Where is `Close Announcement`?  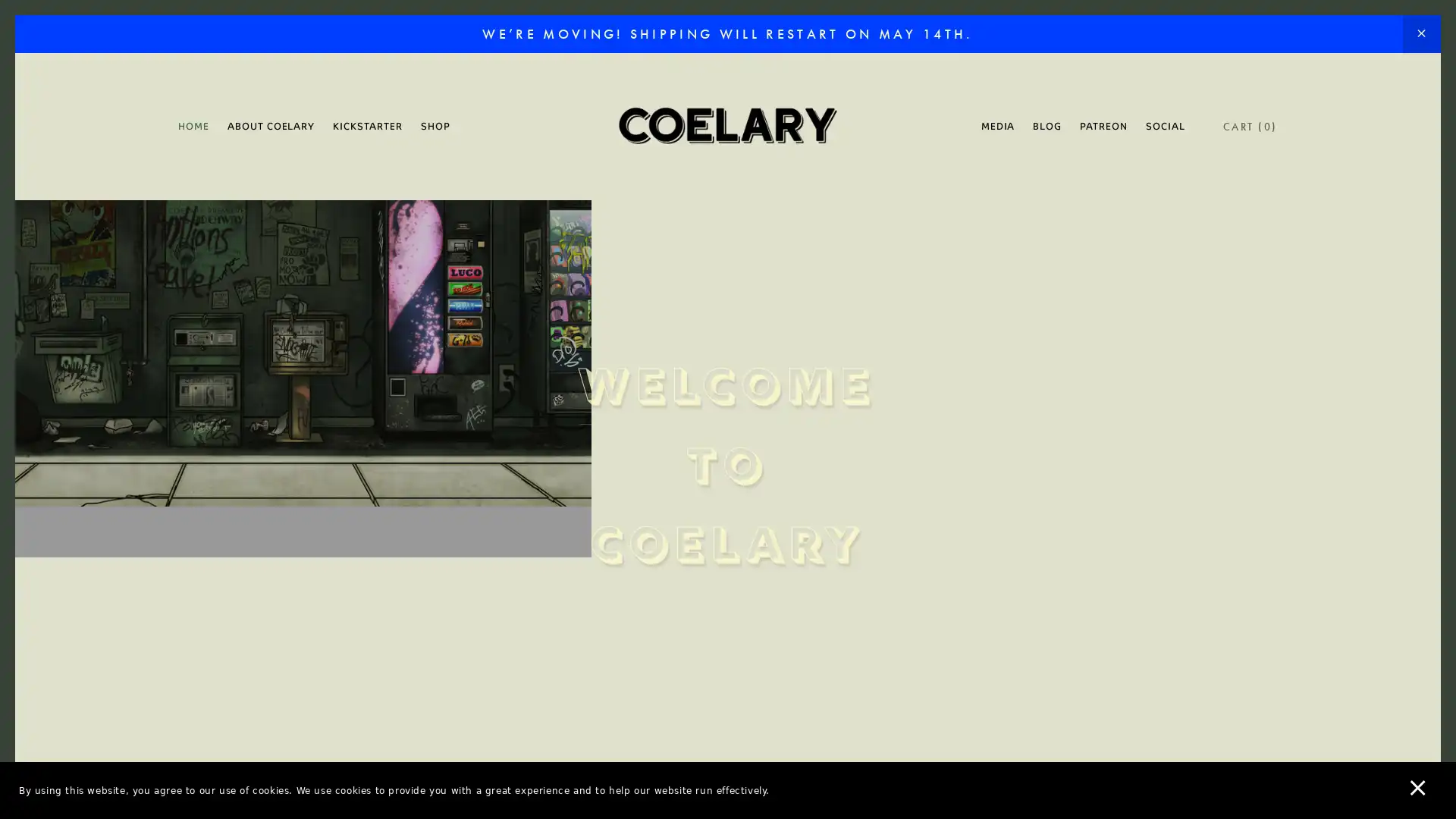 Close Announcement is located at coordinates (1420, 34).